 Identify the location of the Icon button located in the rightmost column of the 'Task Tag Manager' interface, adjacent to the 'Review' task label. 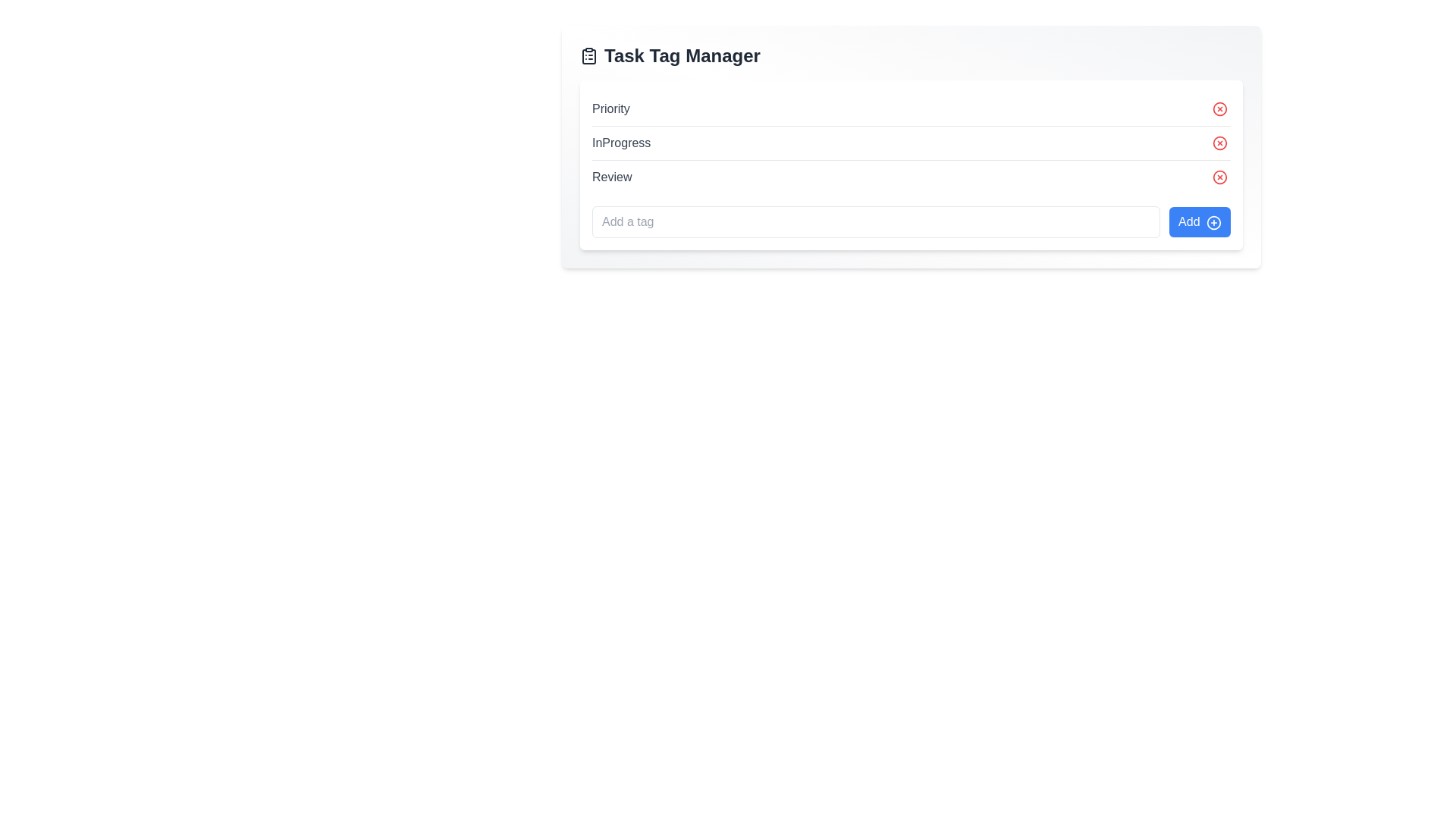
(1219, 177).